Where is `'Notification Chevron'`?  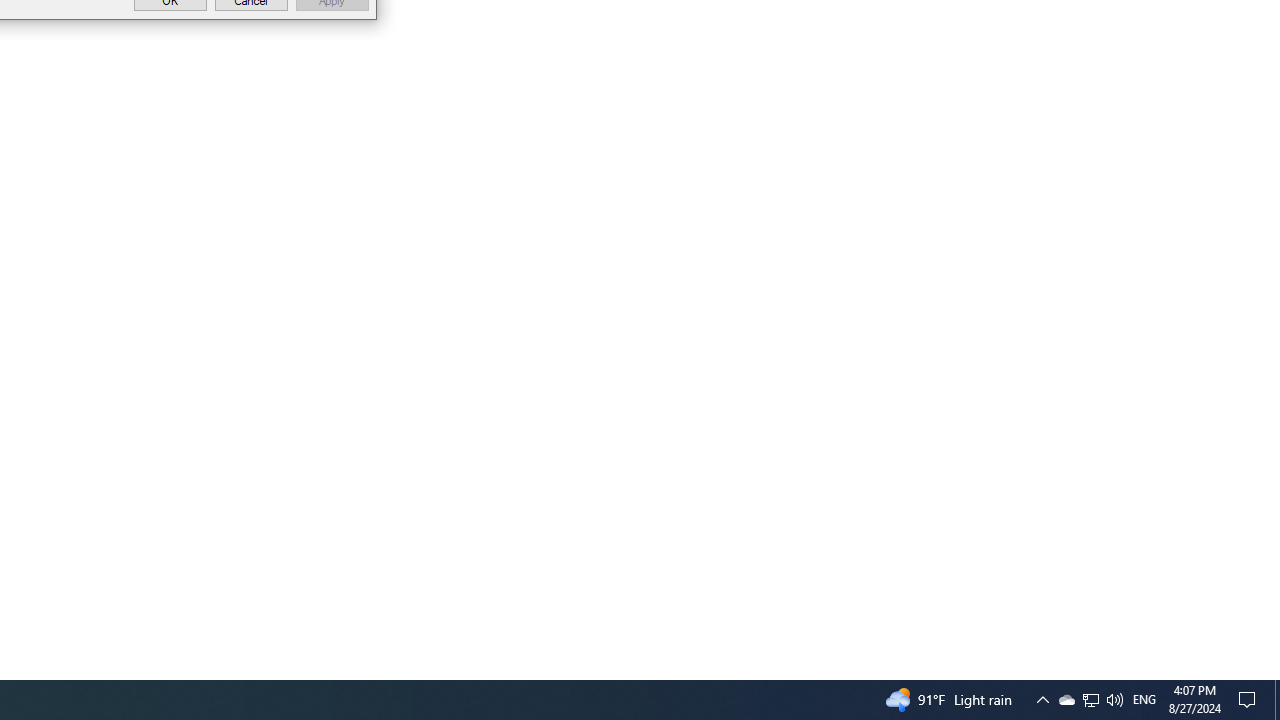
'Notification Chevron' is located at coordinates (1090, 698).